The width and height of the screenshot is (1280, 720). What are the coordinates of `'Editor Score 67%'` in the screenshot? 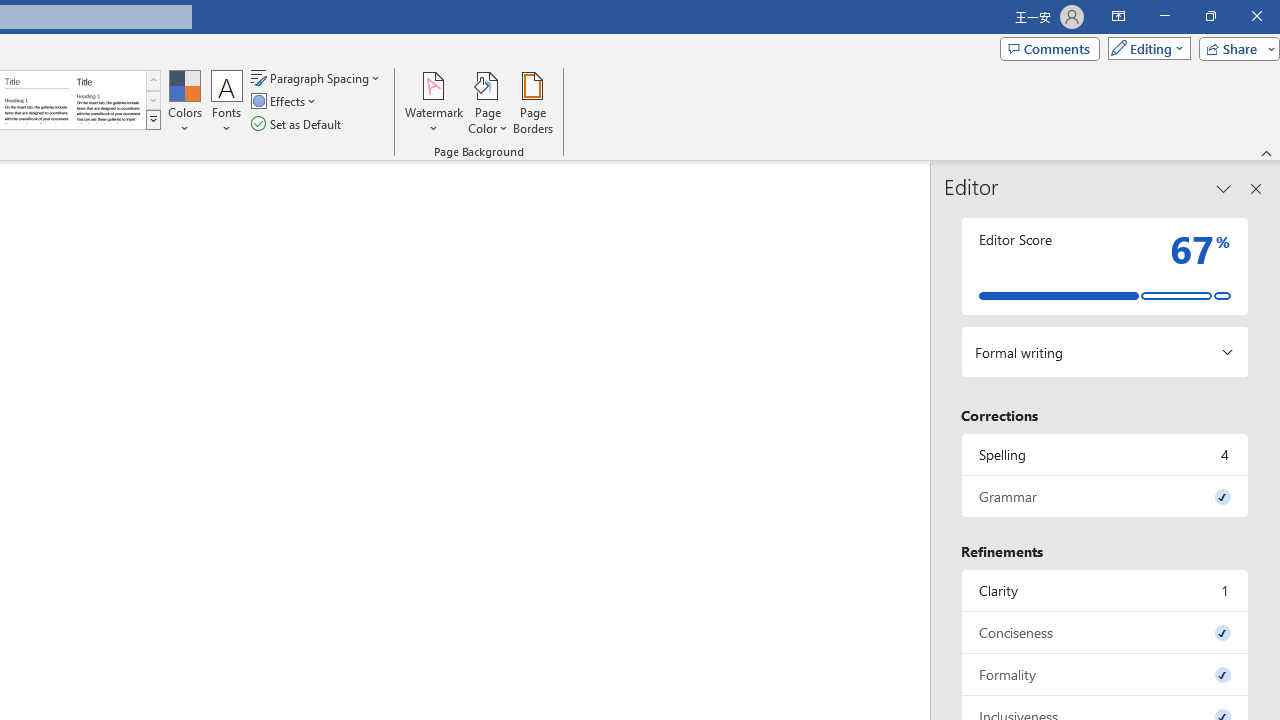 It's located at (1104, 265).